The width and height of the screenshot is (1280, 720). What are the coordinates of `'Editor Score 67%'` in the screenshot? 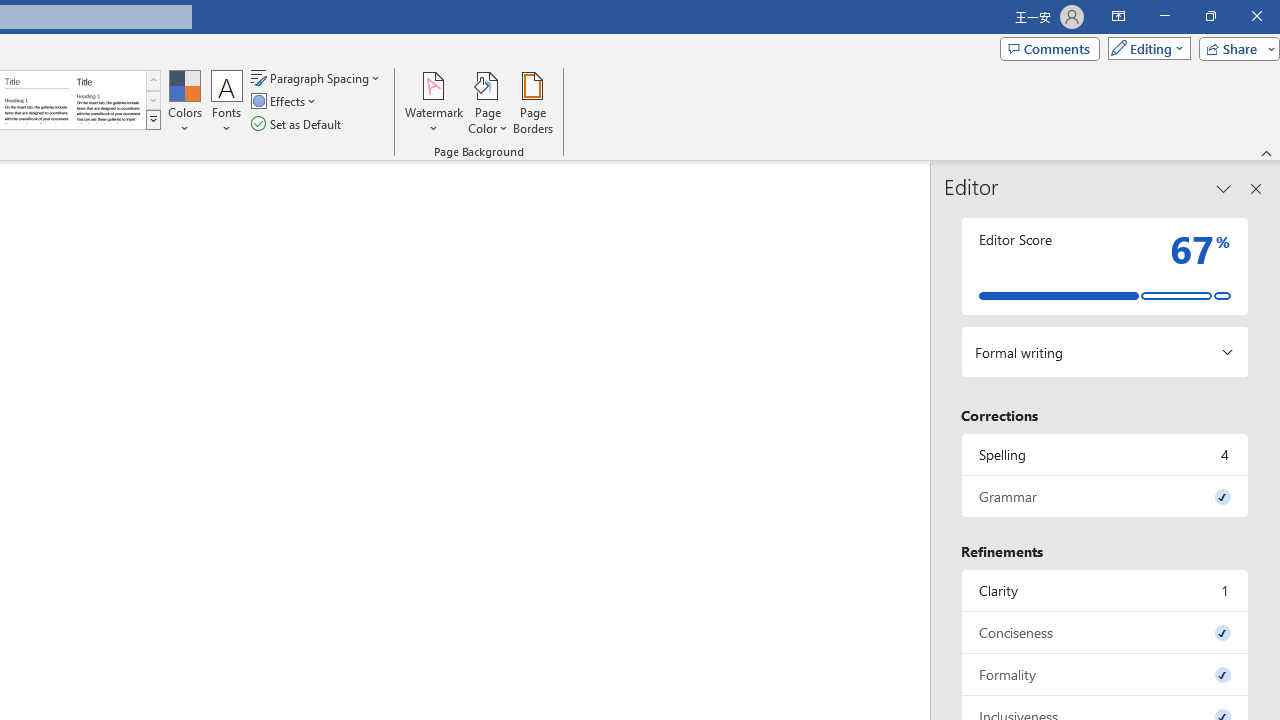 It's located at (1104, 265).